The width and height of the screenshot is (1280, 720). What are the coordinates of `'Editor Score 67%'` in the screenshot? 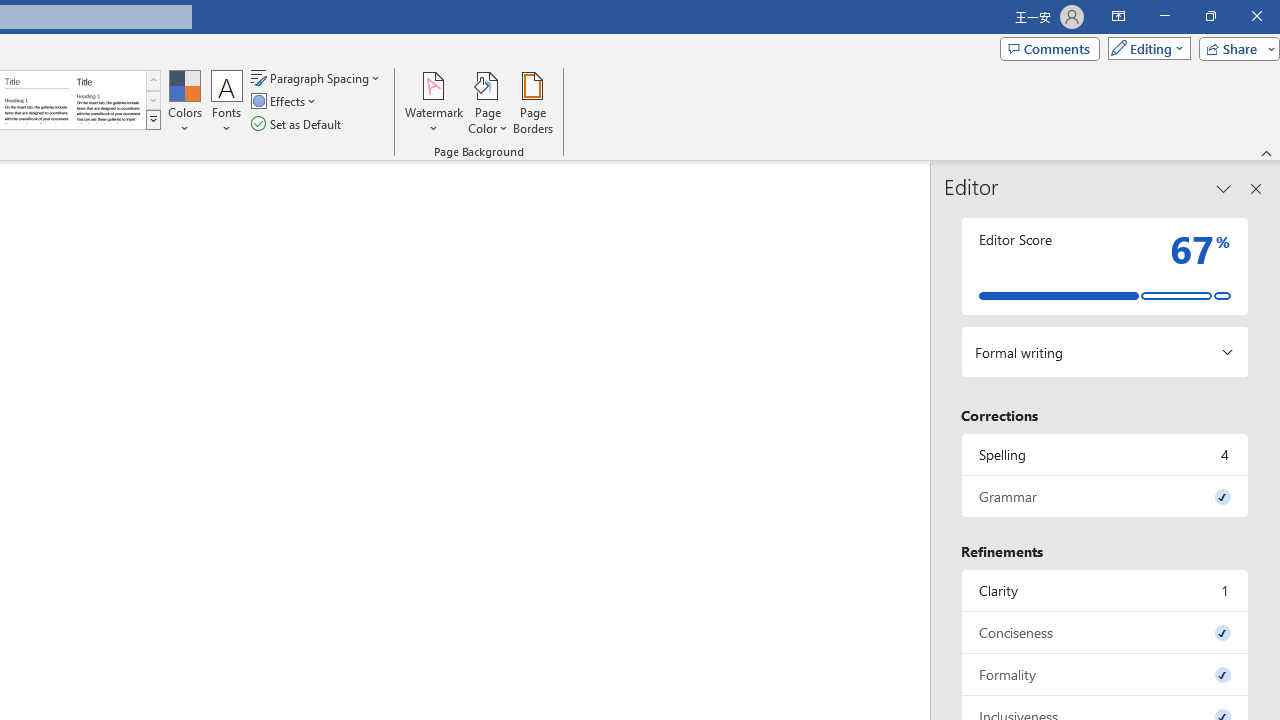 It's located at (1104, 265).